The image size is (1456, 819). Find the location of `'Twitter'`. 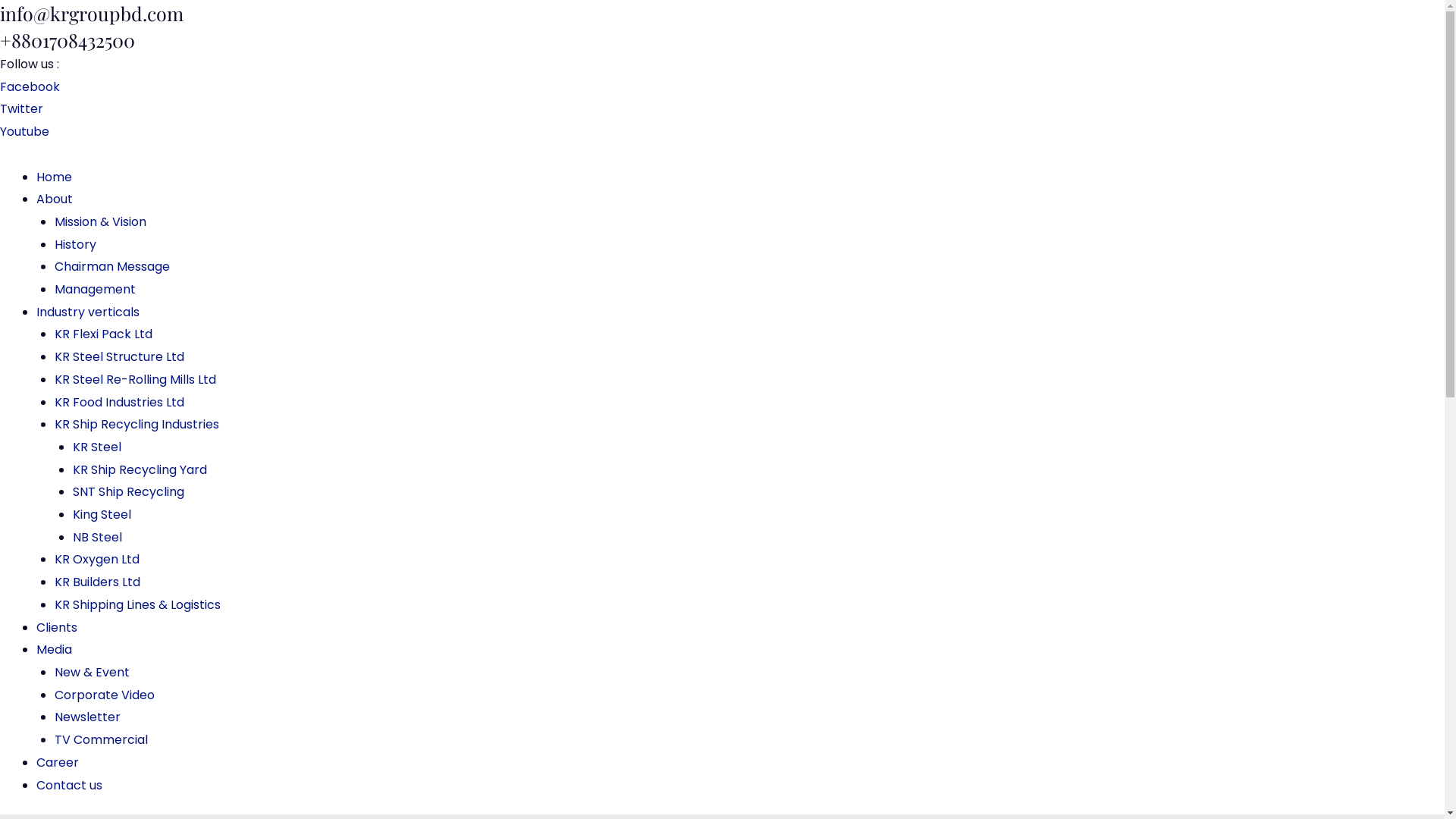

'Twitter' is located at coordinates (21, 108).